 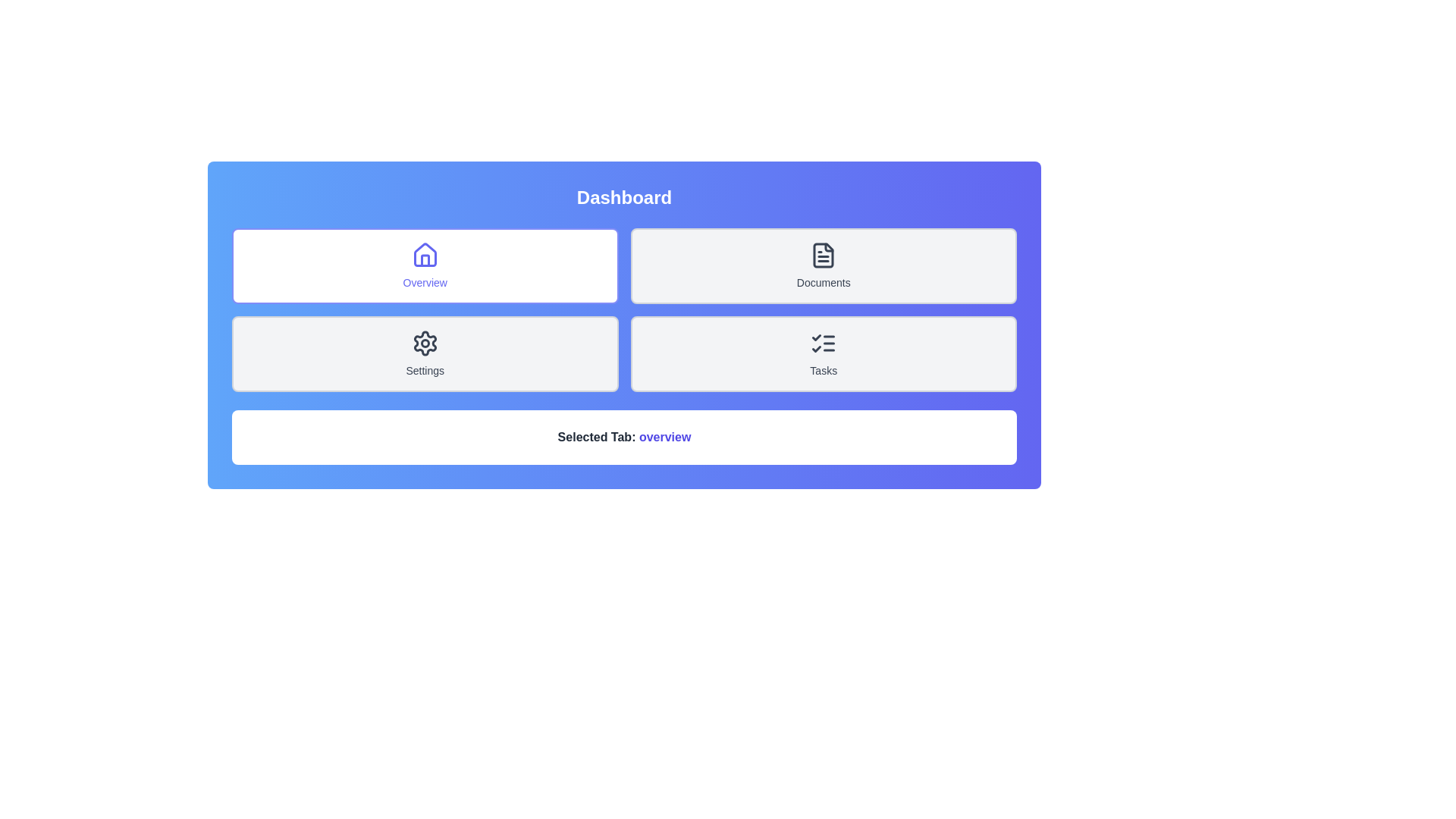 I want to click on the decorative file icon that represents the 'Documents' button, located in the second column of the upper row of the grid, so click(x=823, y=254).